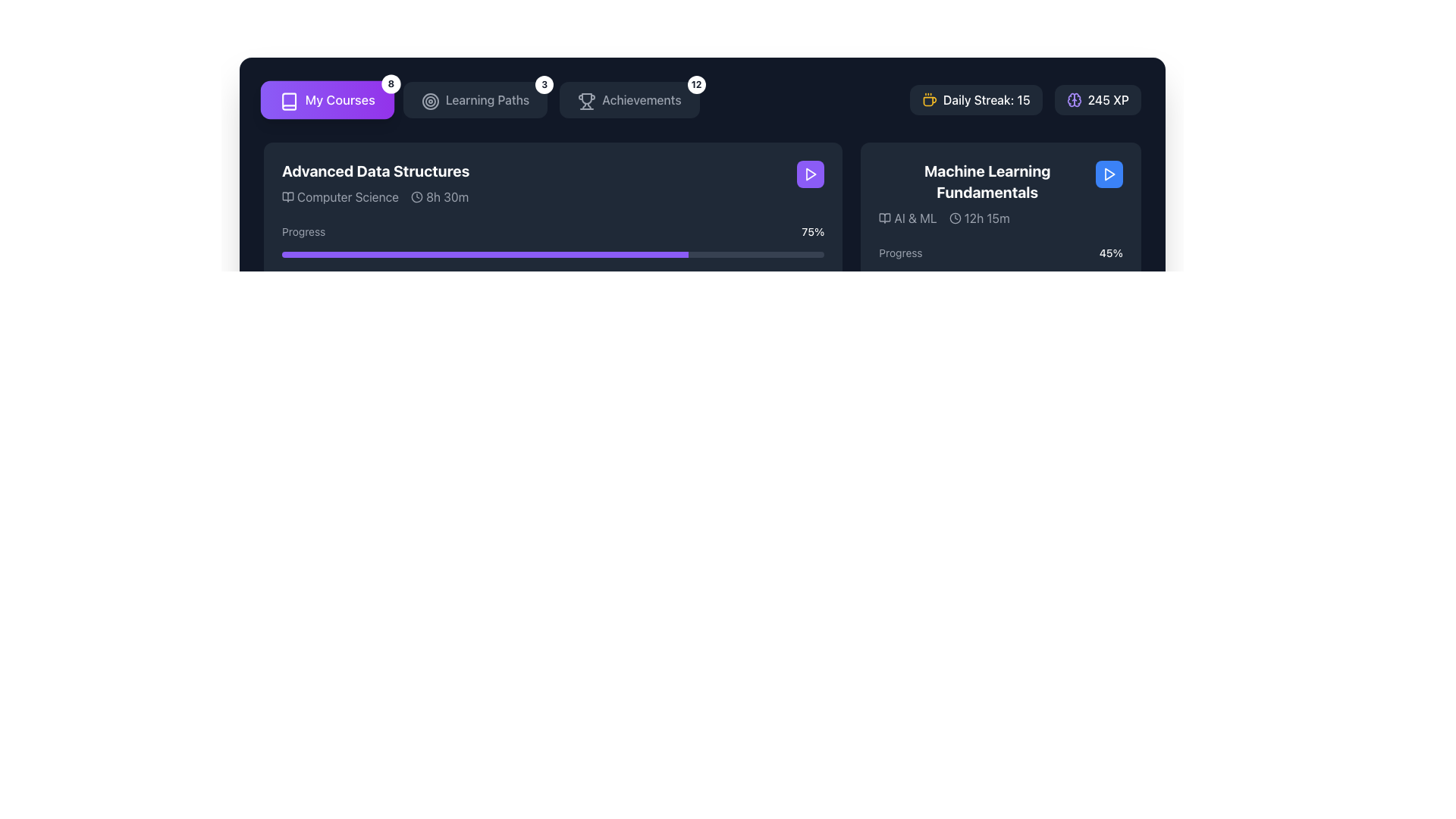 Image resolution: width=1456 pixels, height=819 pixels. What do you see at coordinates (447, 196) in the screenshot?
I see `text displayed in the Text label that shows the duration of the 'Advanced Data Structures' course, located under the 'Advanced Data Structures' section, to the right of the clock icon, aligned with 'Computer Science.'` at bounding box center [447, 196].